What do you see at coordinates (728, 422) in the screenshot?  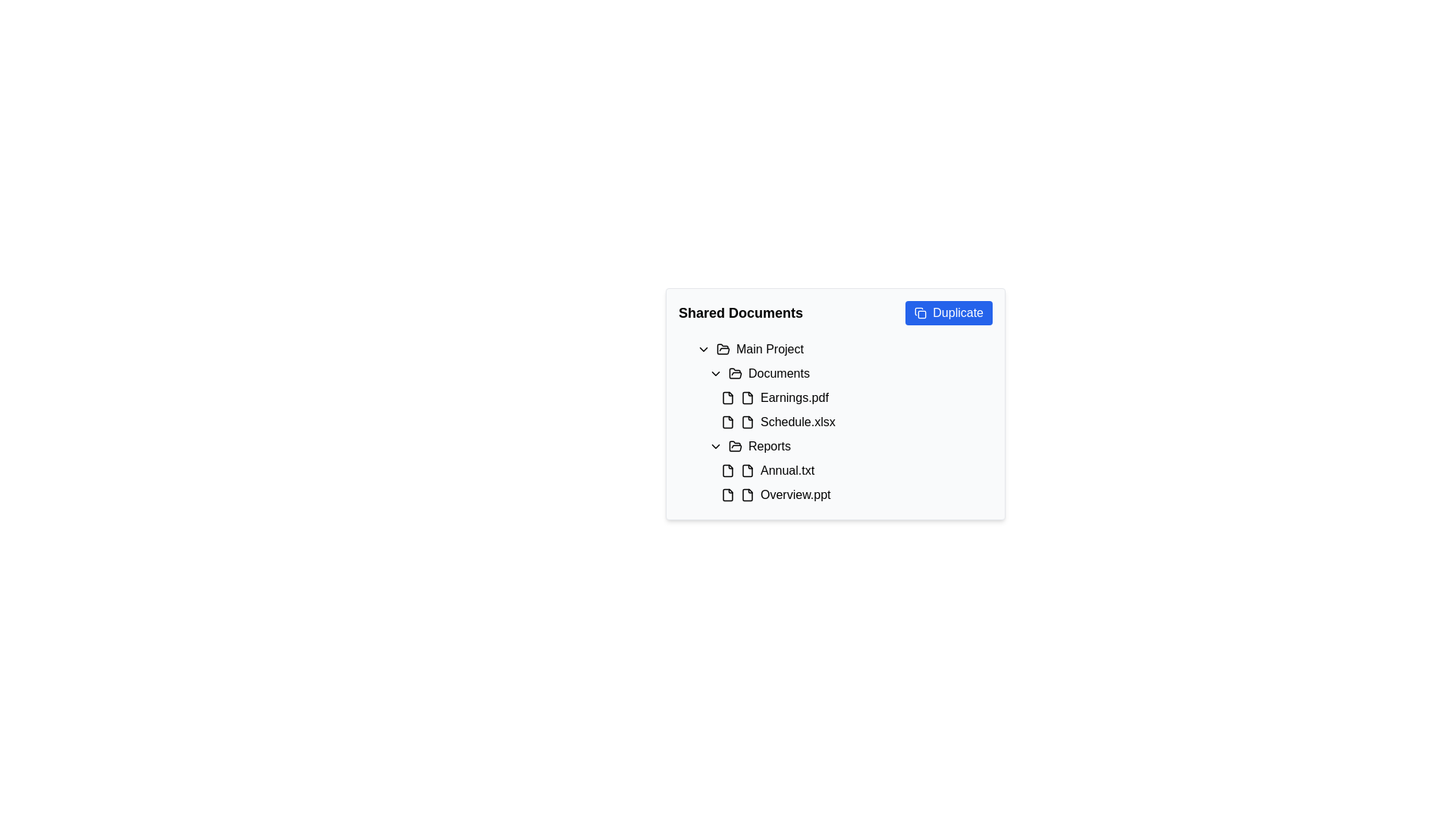 I see `the file item icon associated with 'Schedule.xlsx' located in the documents list by clicking on it` at bounding box center [728, 422].